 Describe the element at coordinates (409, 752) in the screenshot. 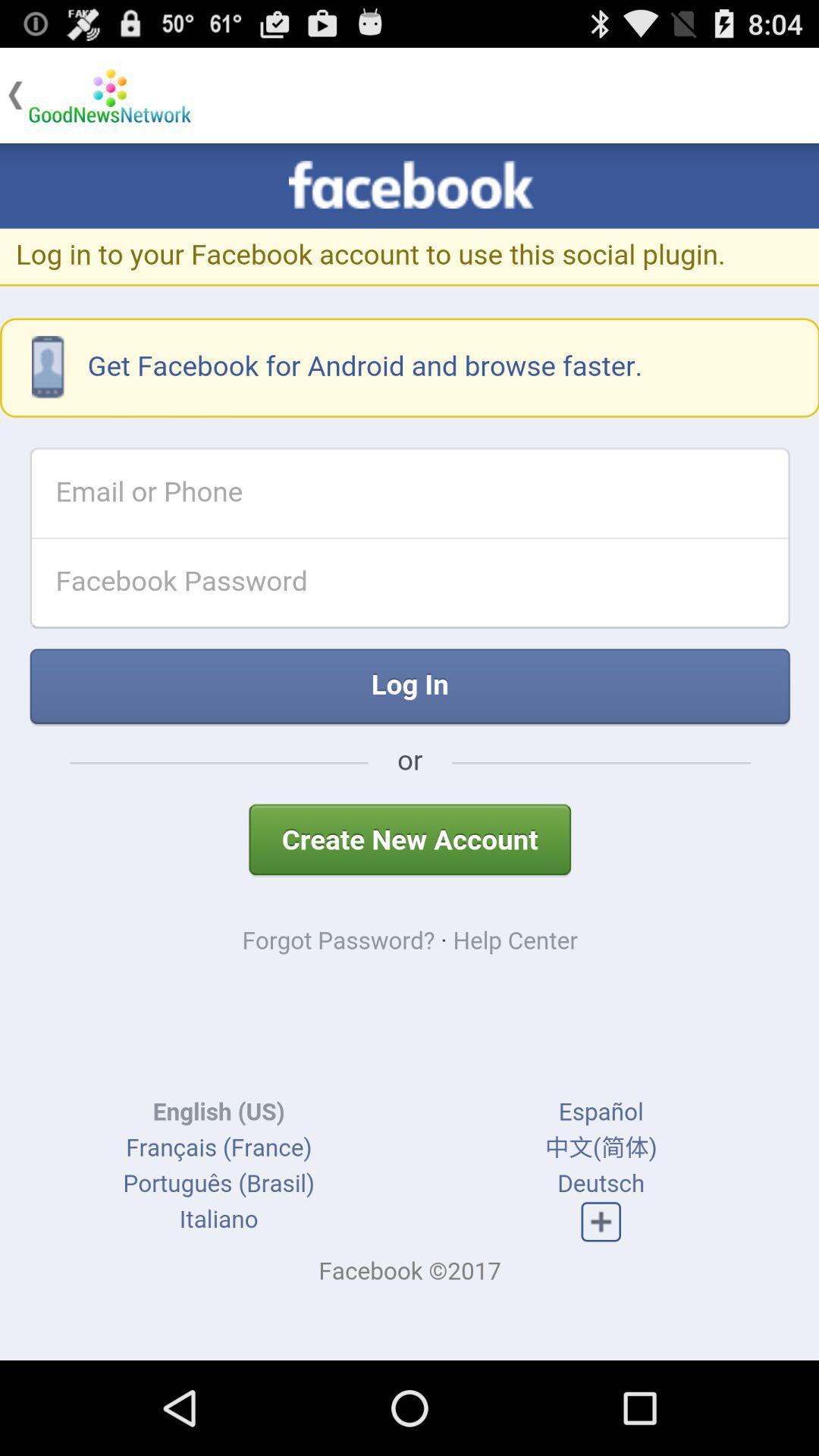

I see `facebook login page` at that location.